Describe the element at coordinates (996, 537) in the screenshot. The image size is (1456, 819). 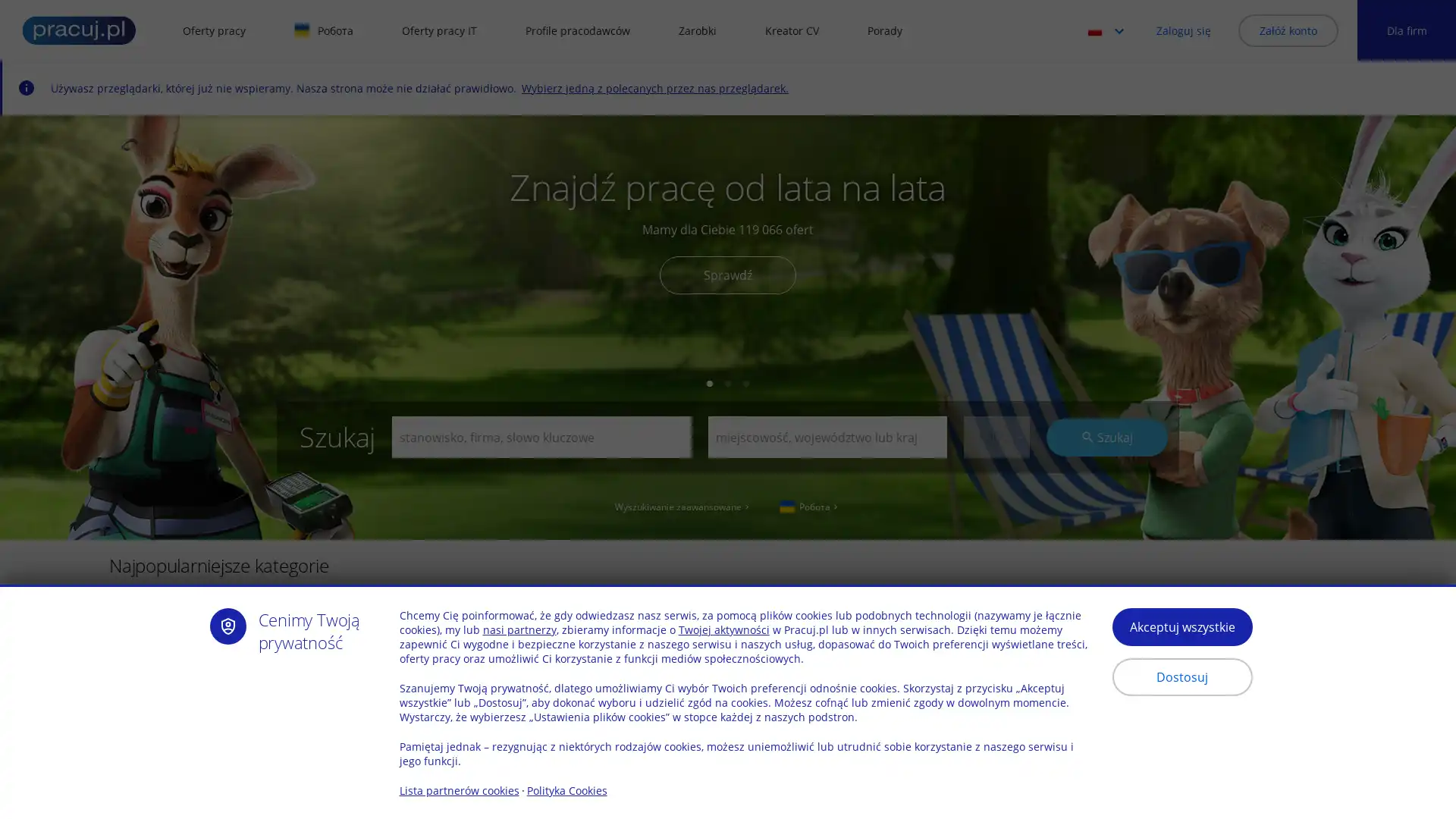
I see `+ 15 km` at that location.